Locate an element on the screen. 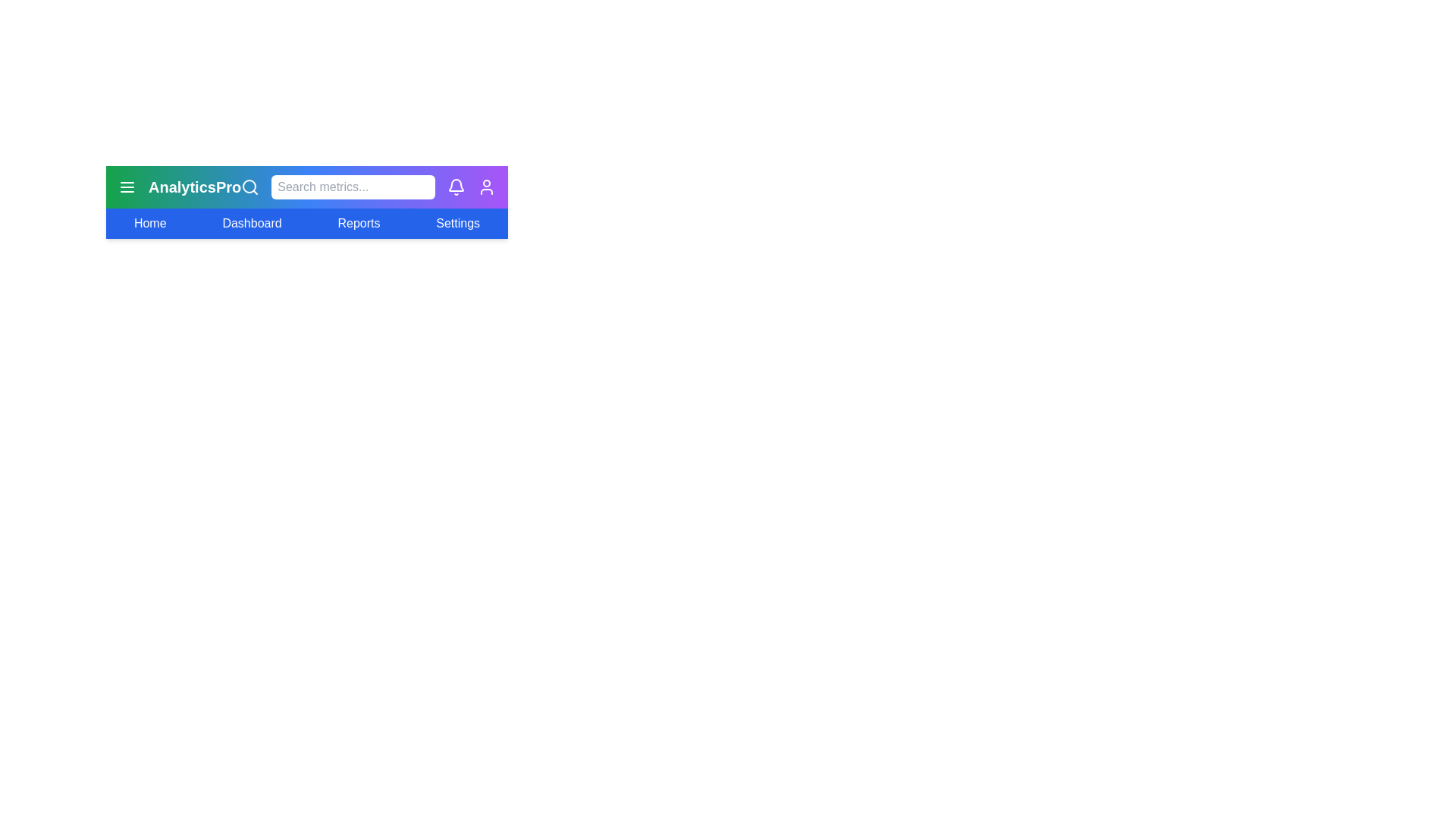 The image size is (1456, 819). the menu button to toggle the menu open or closed is located at coordinates (127, 186).